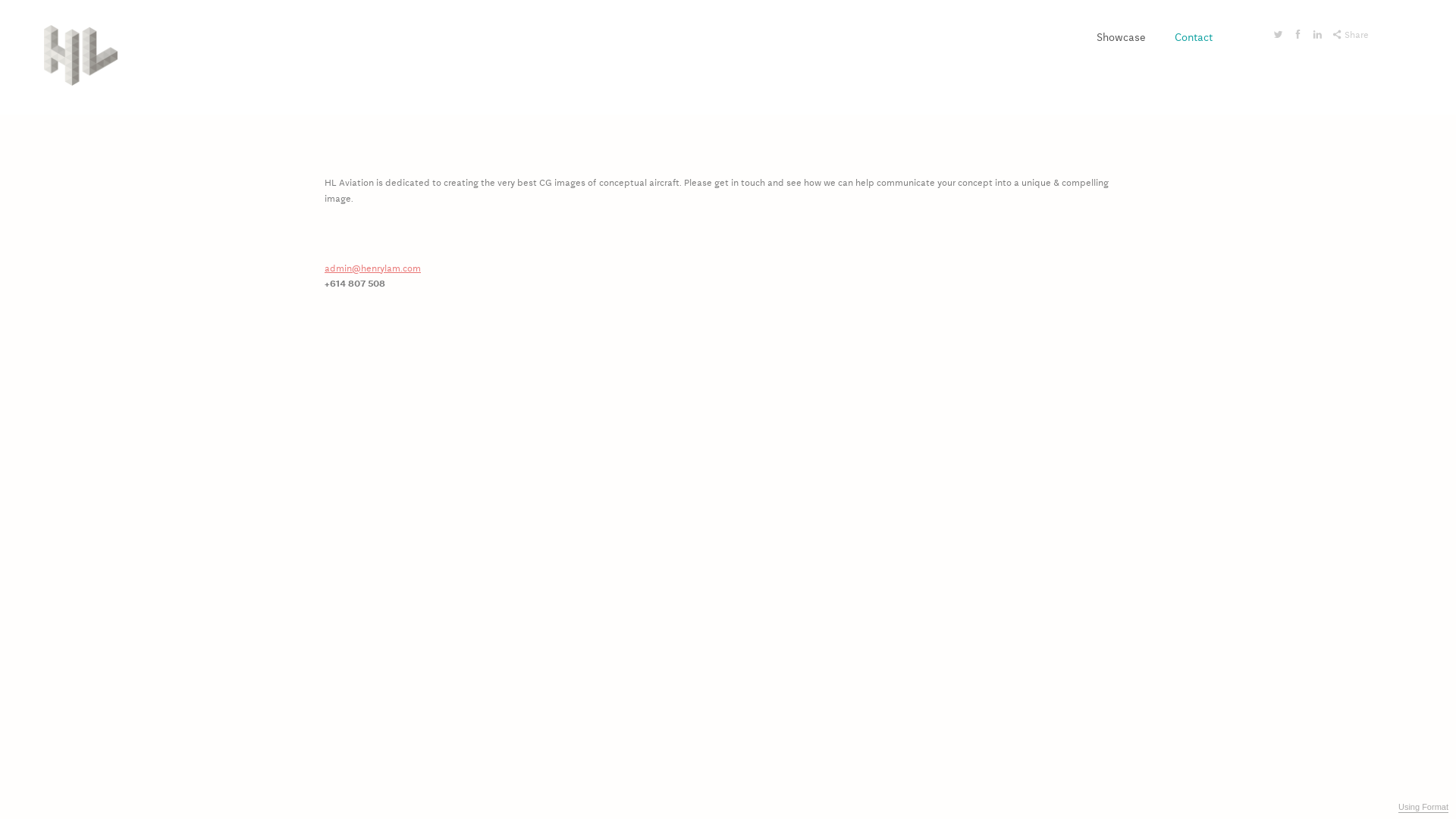 The width and height of the screenshot is (1456, 819). What do you see at coordinates (1422, 806) in the screenshot?
I see `'Using Format'` at bounding box center [1422, 806].